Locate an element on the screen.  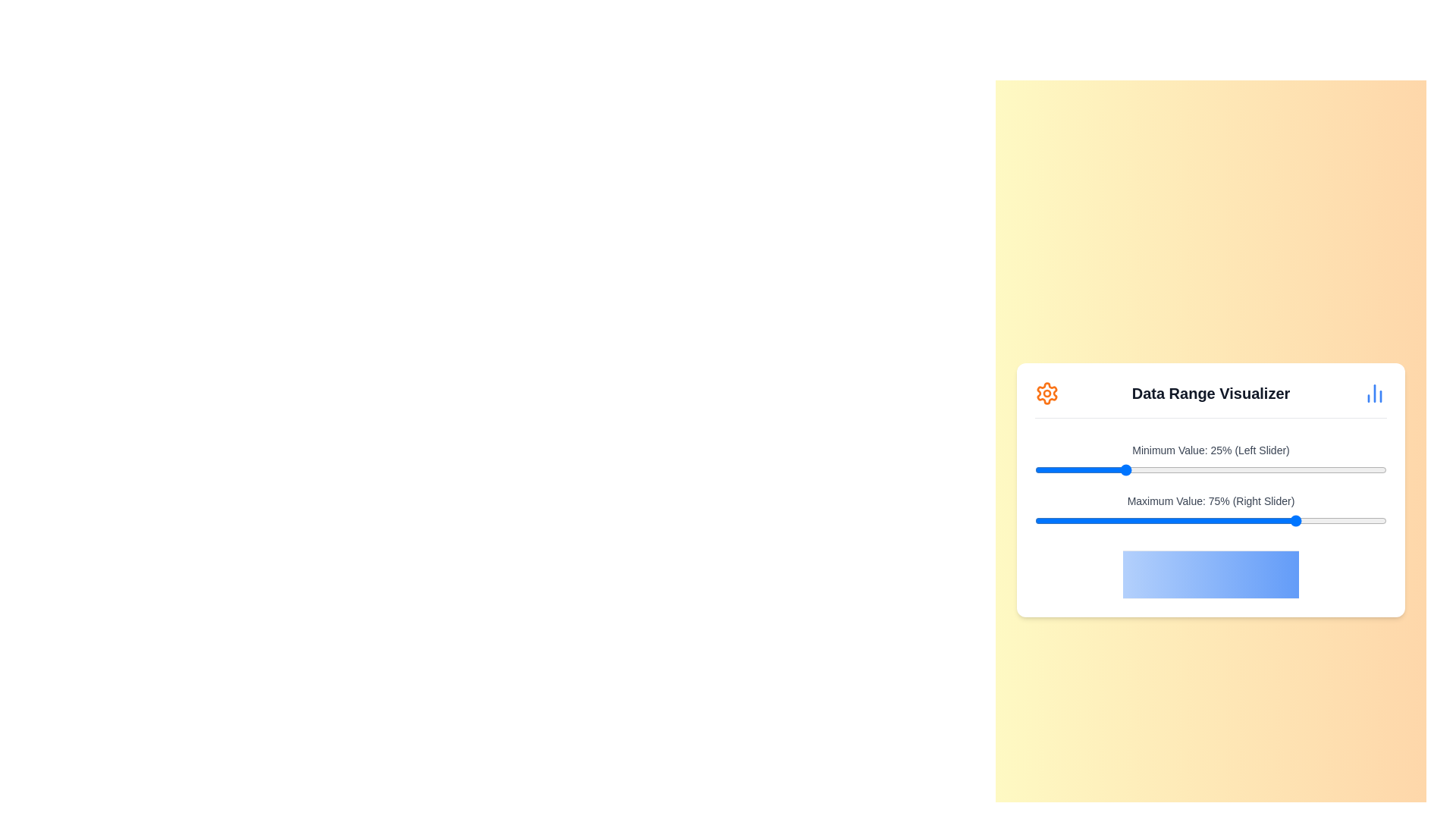
the text label that reads 'Minimum Value: 25% (Left Slider)', which is a smaller dark gray font in sans-serif typography, located above the left slider input element in the top-left quadrant of the widget box is located at coordinates (1210, 449).